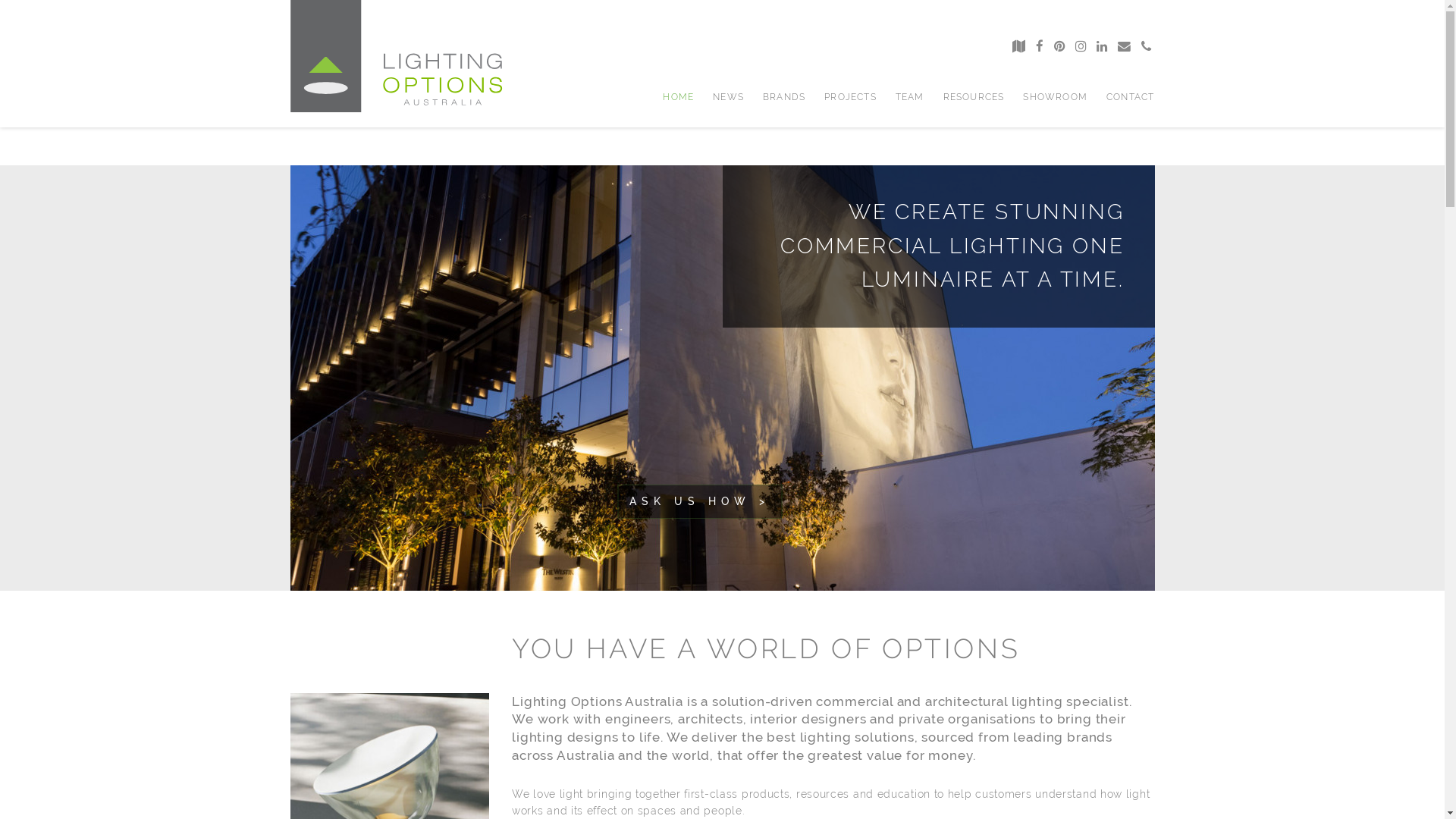 The width and height of the screenshot is (1456, 819). What do you see at coordinates (396, 55) in the screenshot?
I see `'Click here to return home.'` at bounding box center [396, 55].